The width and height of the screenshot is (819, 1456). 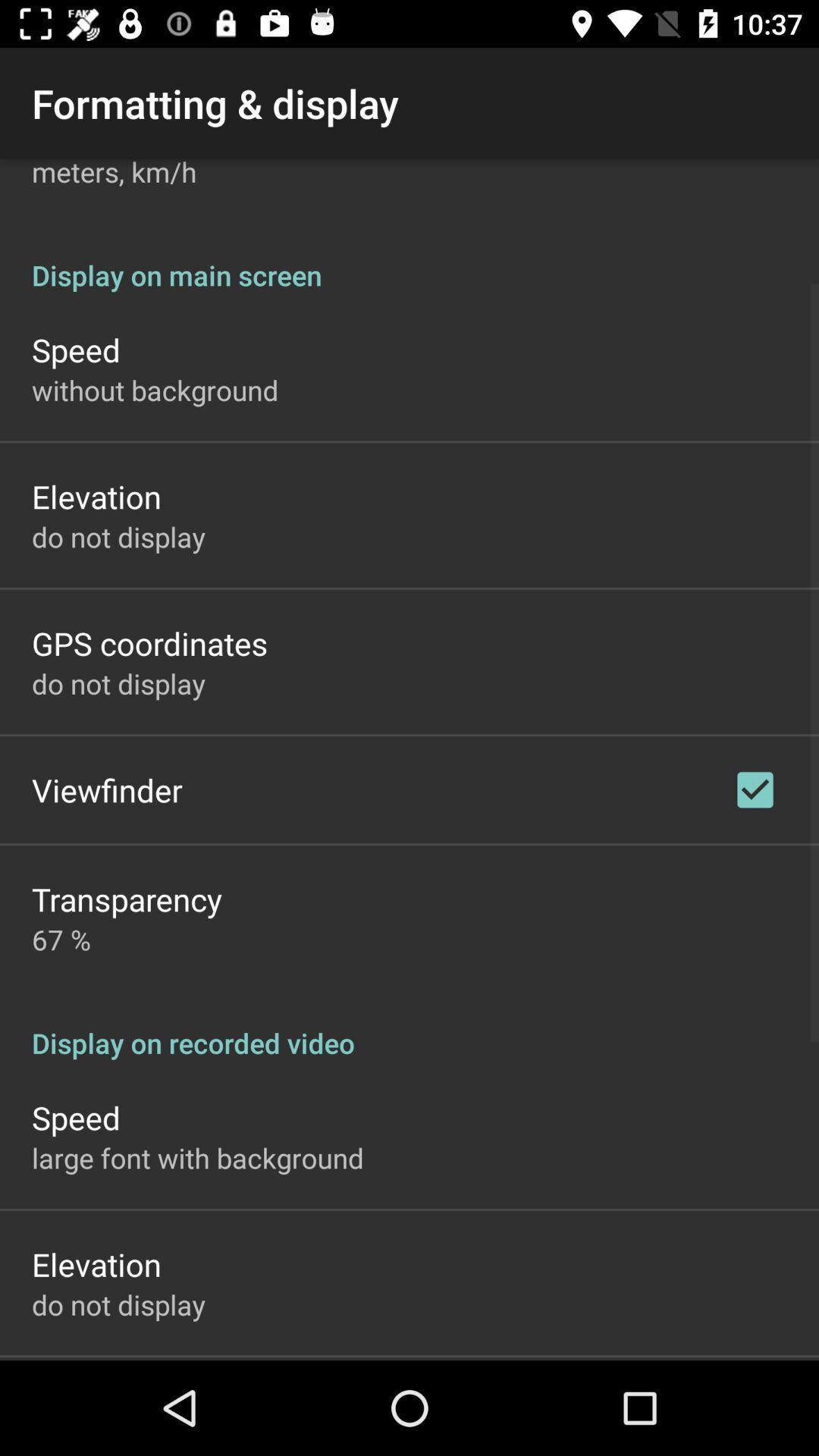 What do you see at coordinates (61, 938) in the screenshot?
I see `app below the transparency icon` at bounding box center [61, 938].